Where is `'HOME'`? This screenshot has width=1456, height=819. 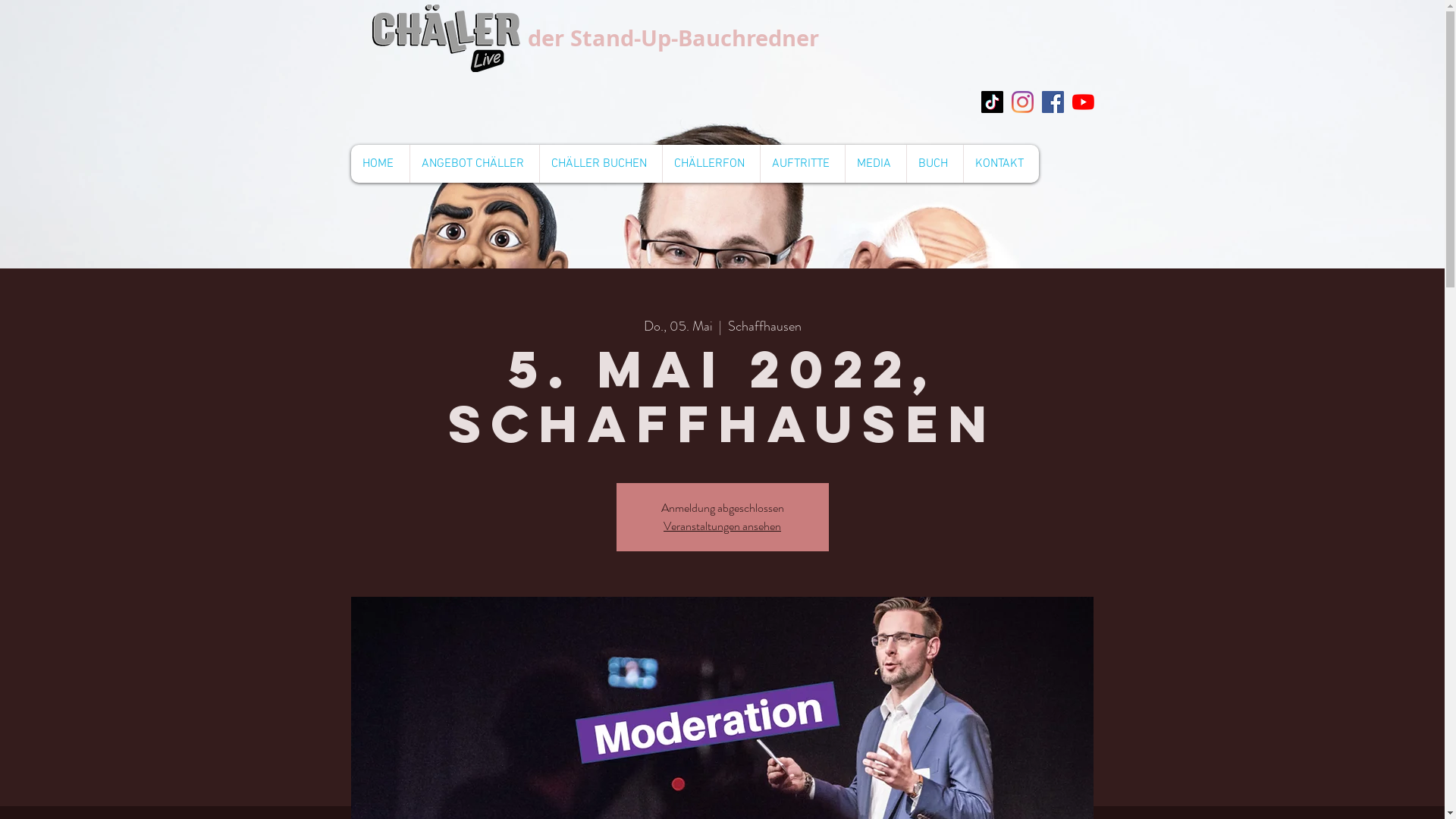
'HOME' is located at coordinates (349, 164).